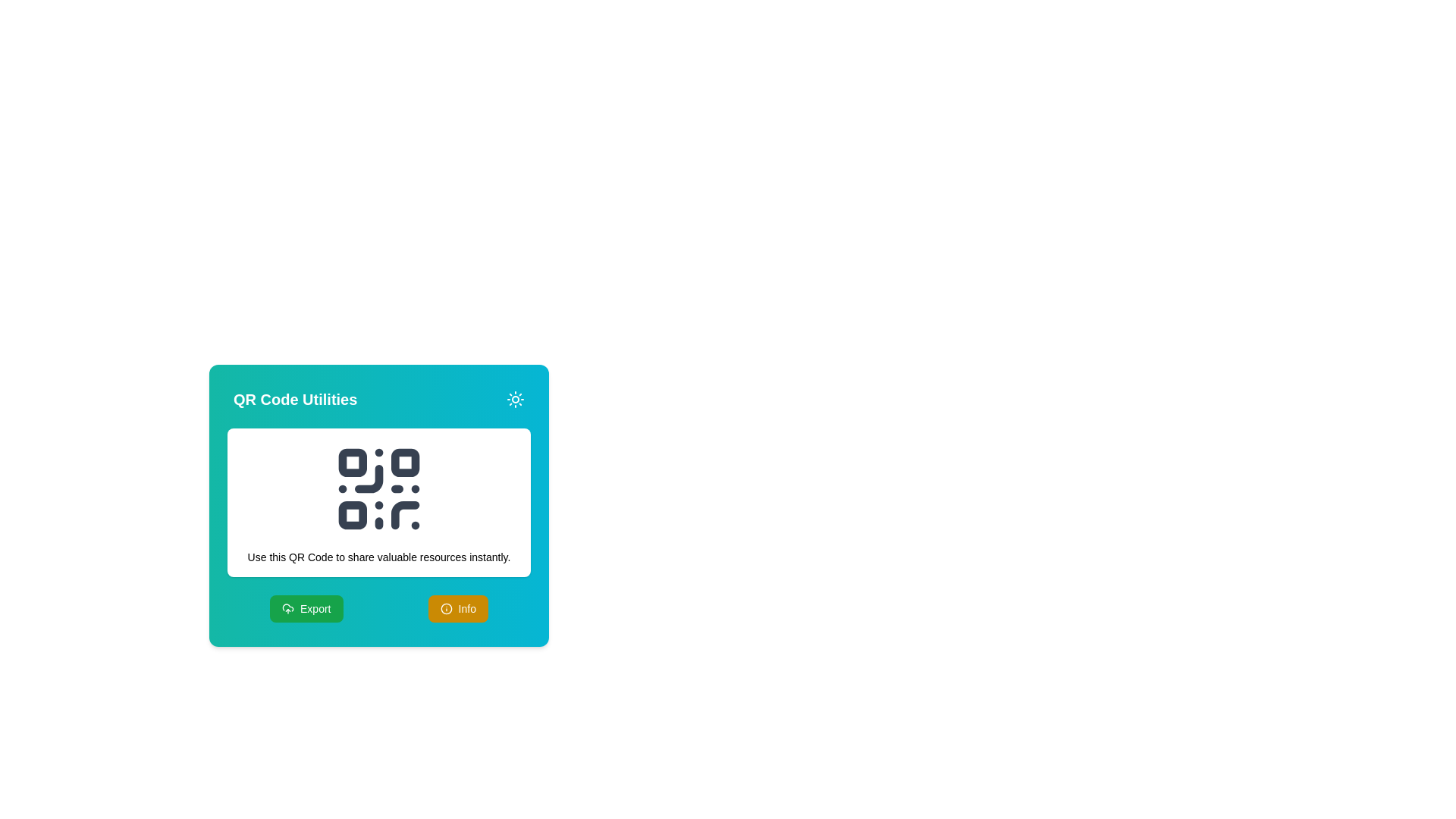 Image resolution: width=1456 pixels, height=819 pixels. What do you see at coordinates (516, 399) in the screenshot?
I see `the sun icon located at the right edge of the header bar in the QR Code Utilities section` at bounding box center [516, 399].